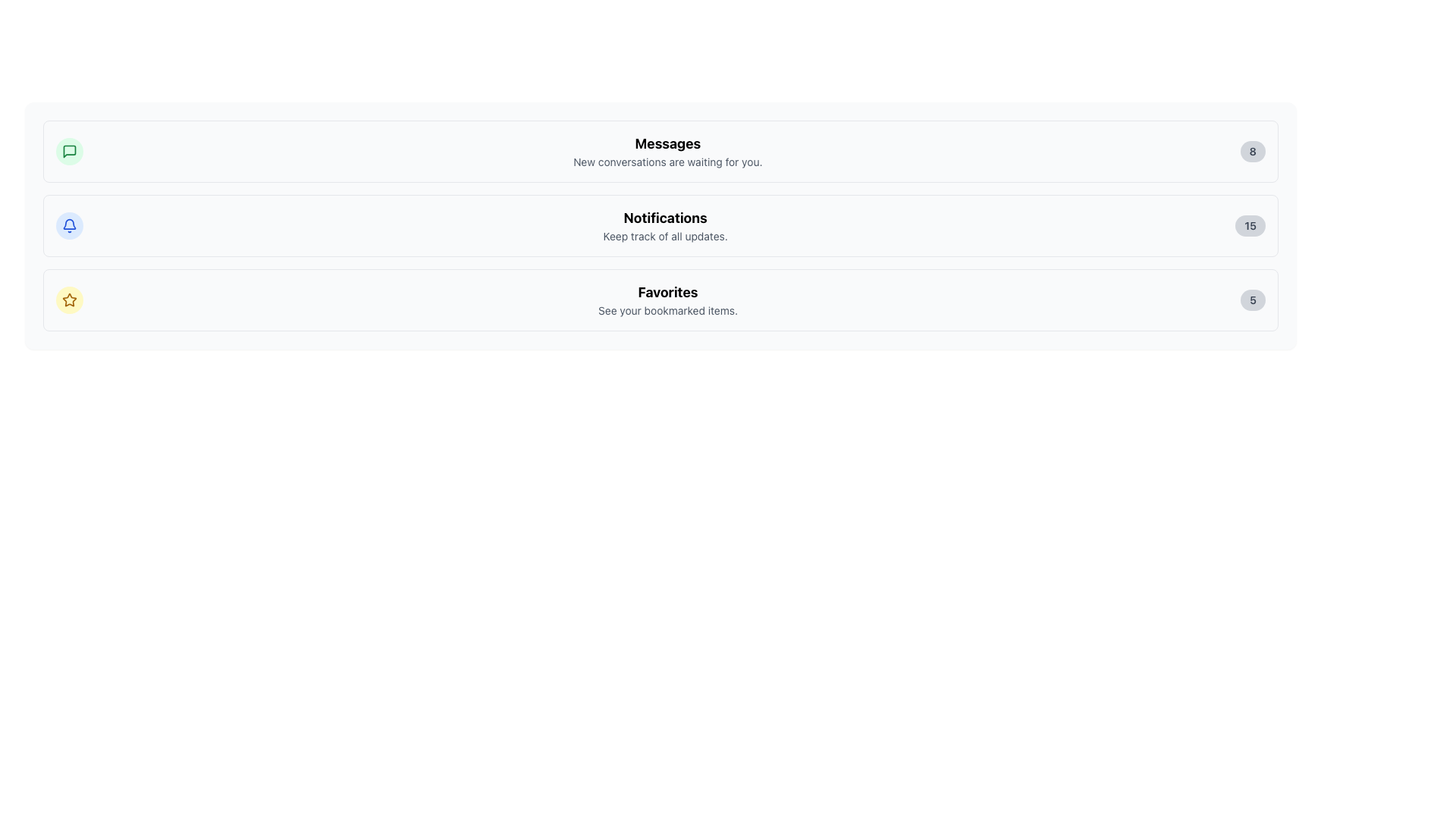  What do you see at coordinates (665, 225) in the screenshot?
I see `central text label that describes the notification section about tracking updates, located between the 'Messages' and 'Favorites' rows` at bounding box center [665, 225].